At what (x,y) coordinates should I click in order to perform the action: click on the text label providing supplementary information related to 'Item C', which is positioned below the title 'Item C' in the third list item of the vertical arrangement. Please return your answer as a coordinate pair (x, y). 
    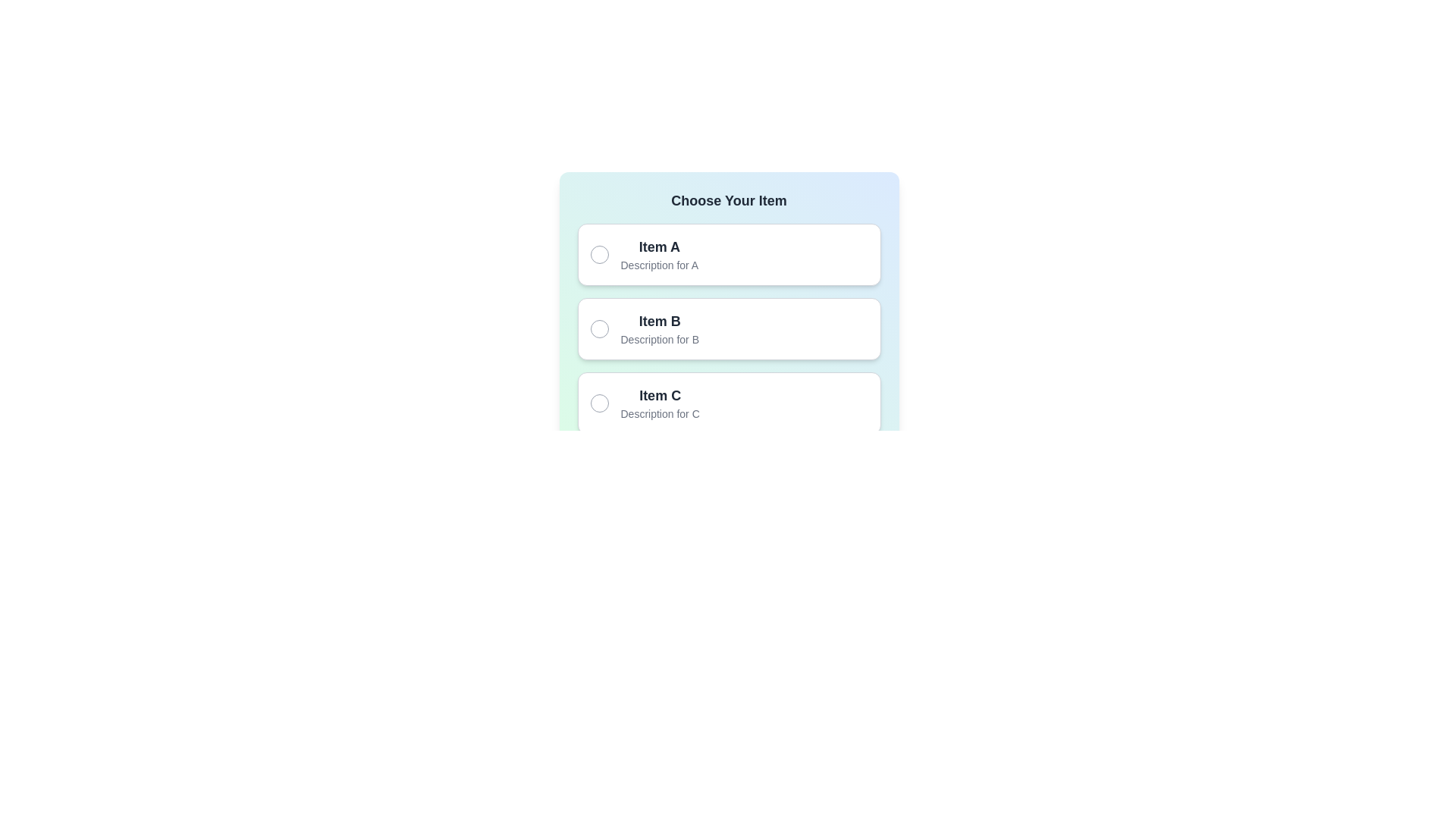
    Looking at the image, I should click on (660, 414).